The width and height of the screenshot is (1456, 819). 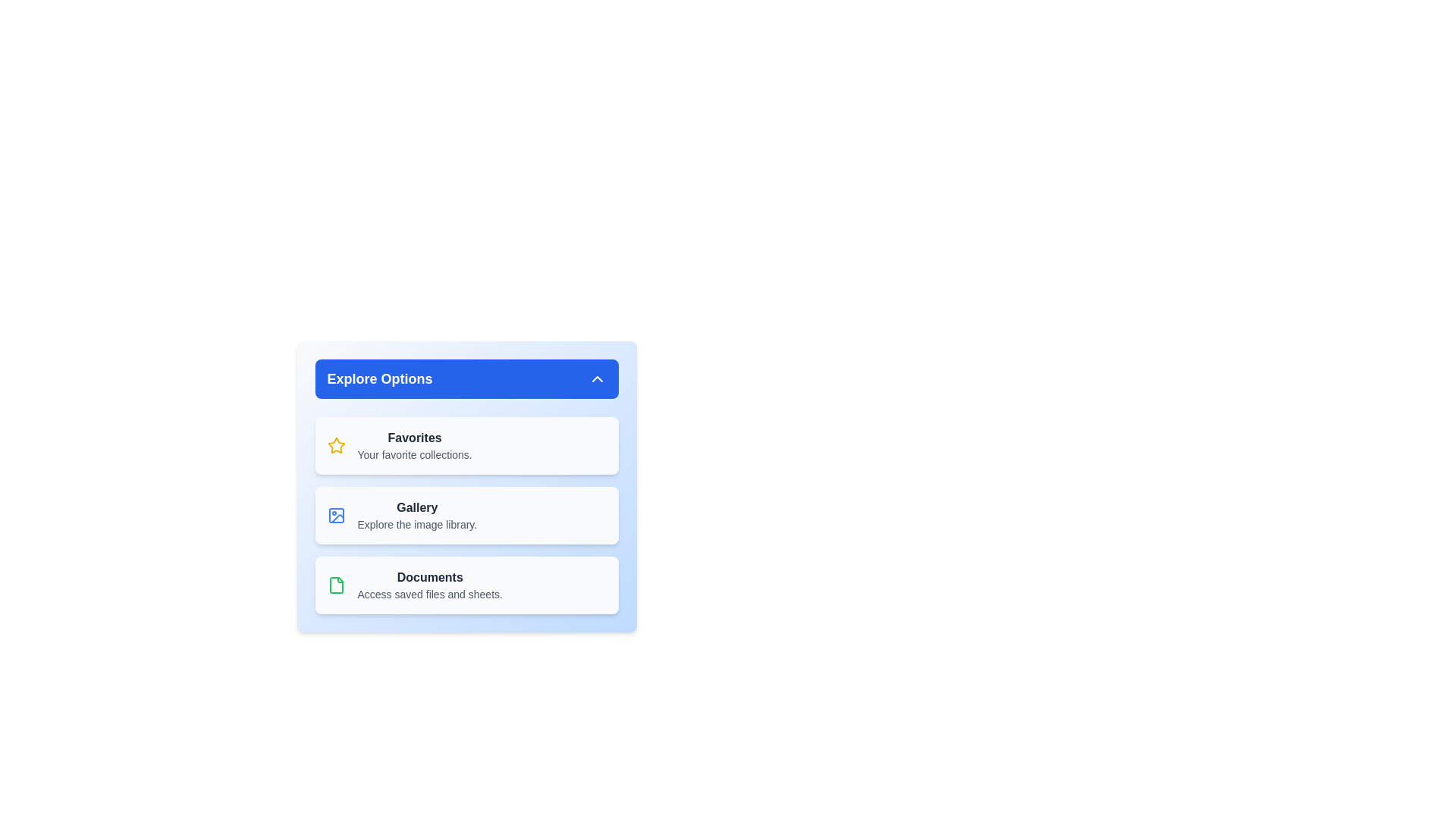 What do you see at coordinates (337, 517) in the screenshot?
I see `the blue icon representing the image feature located in the center of the blue rectangular 'Gallery' button` at bounding box center [337, 517].